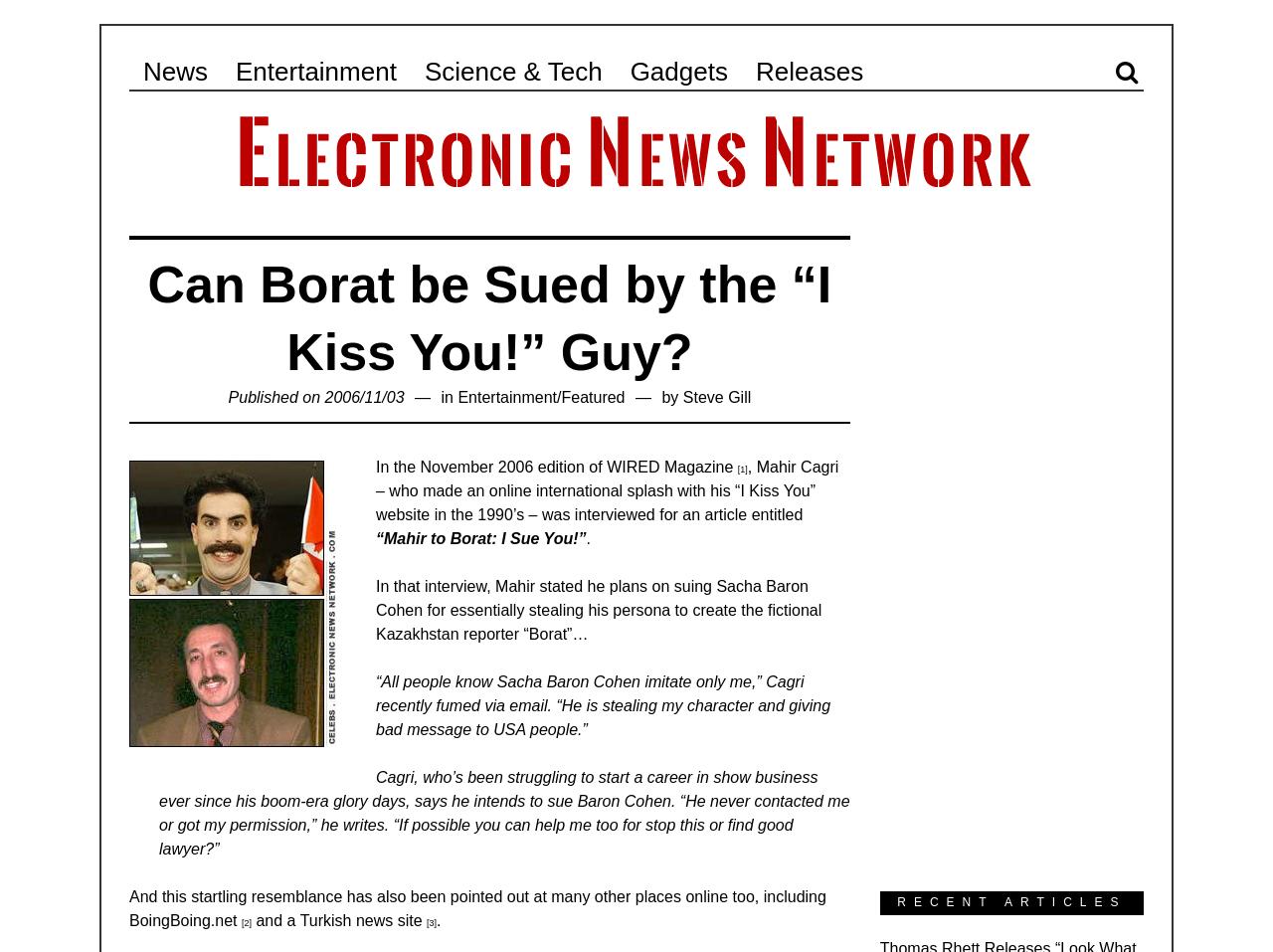 This screenshot has width=1273, height=952. What do you see at coordinates (227, 396) in the screenshot?
I see `'Published on 2006/11/03'` at bounding box center [227, 396].